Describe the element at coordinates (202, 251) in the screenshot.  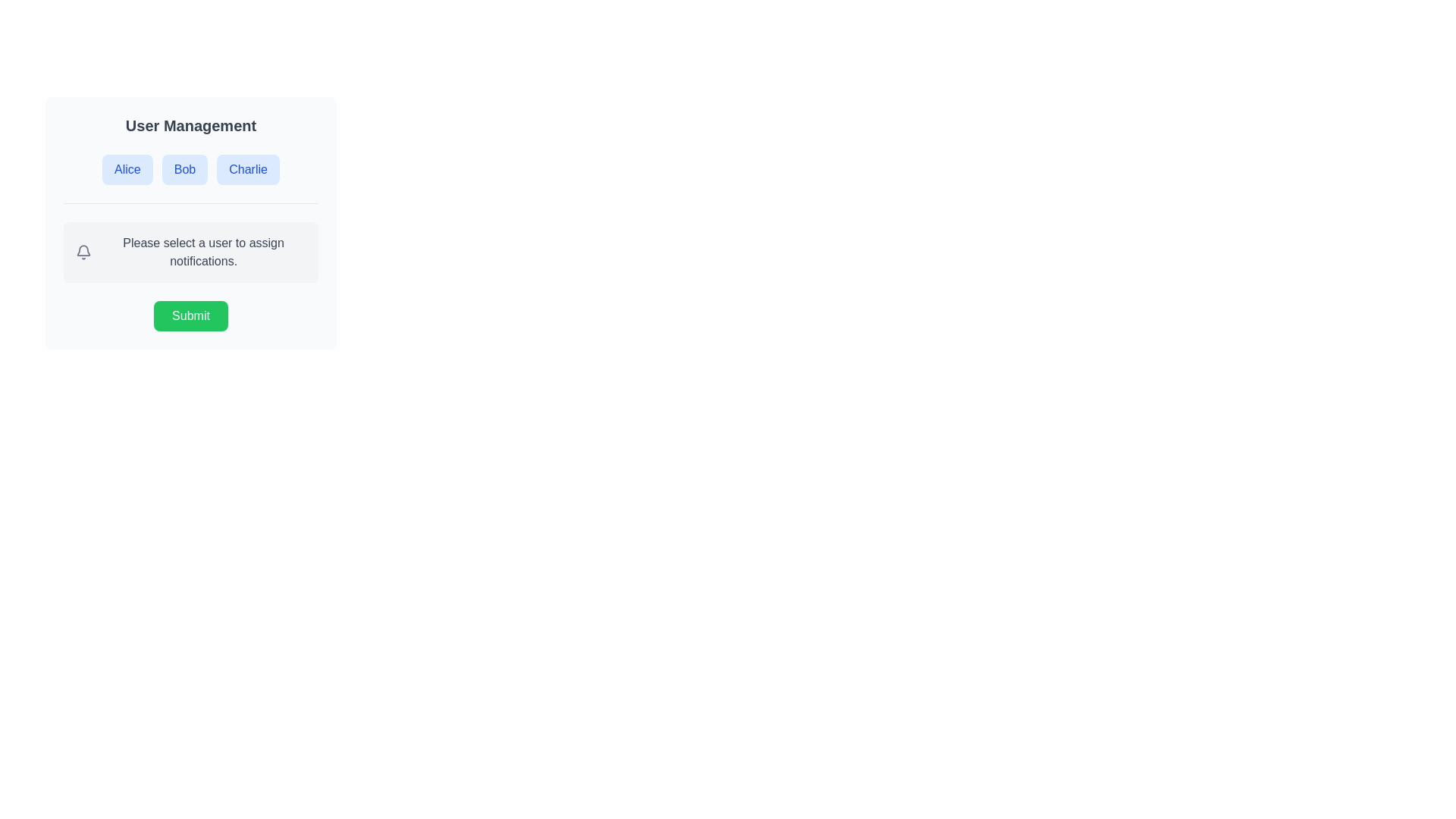
I see `the Text Label that instructs the user to select a user for notification assignment, located to the right of the bell icon in the User Management section` at that location.